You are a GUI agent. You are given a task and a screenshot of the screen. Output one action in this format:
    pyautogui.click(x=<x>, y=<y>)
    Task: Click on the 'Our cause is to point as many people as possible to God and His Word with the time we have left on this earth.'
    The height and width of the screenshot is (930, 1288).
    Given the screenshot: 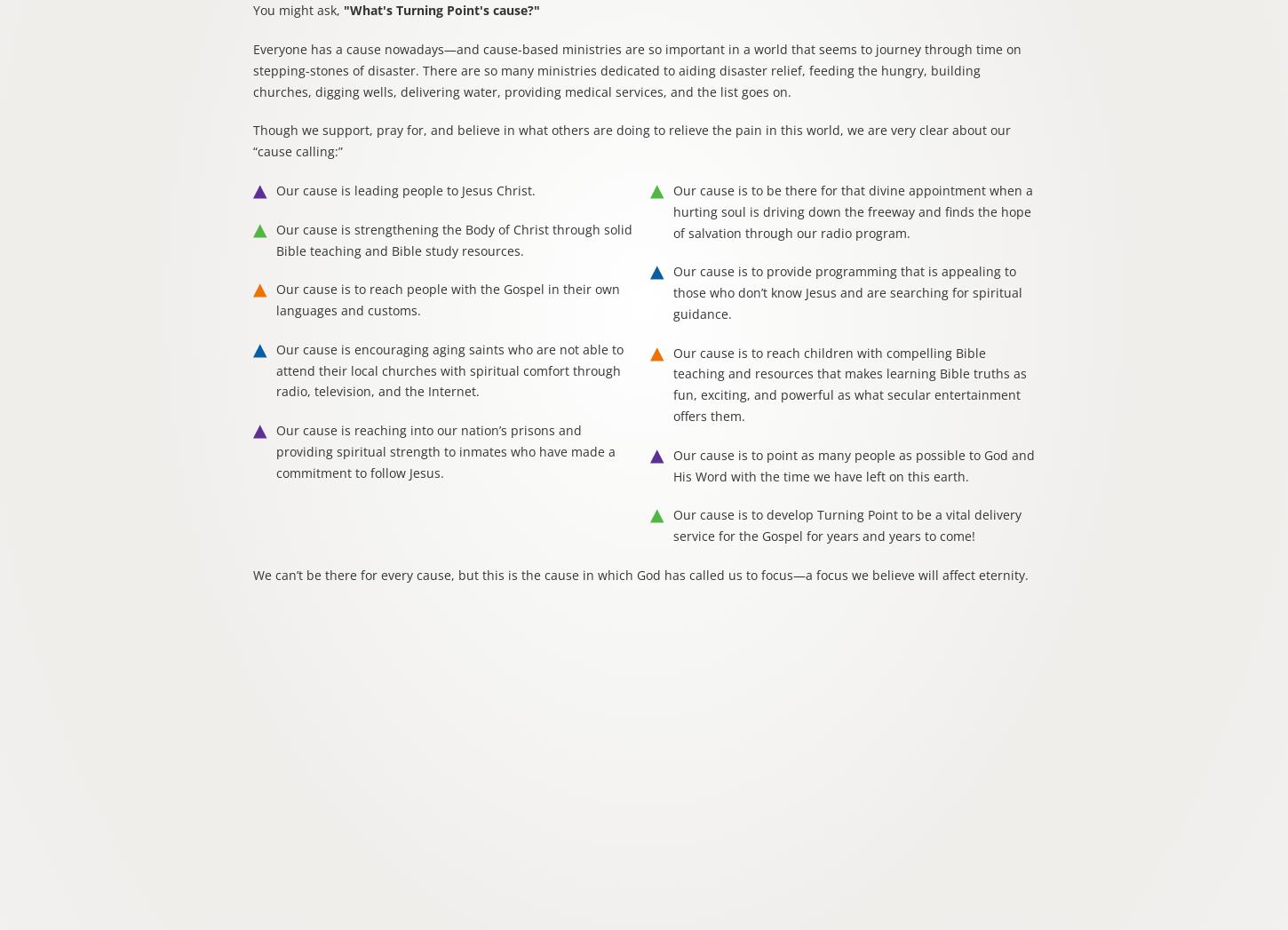 What is the action you would take?
    pyautogui.click(x=853, y=464)
    